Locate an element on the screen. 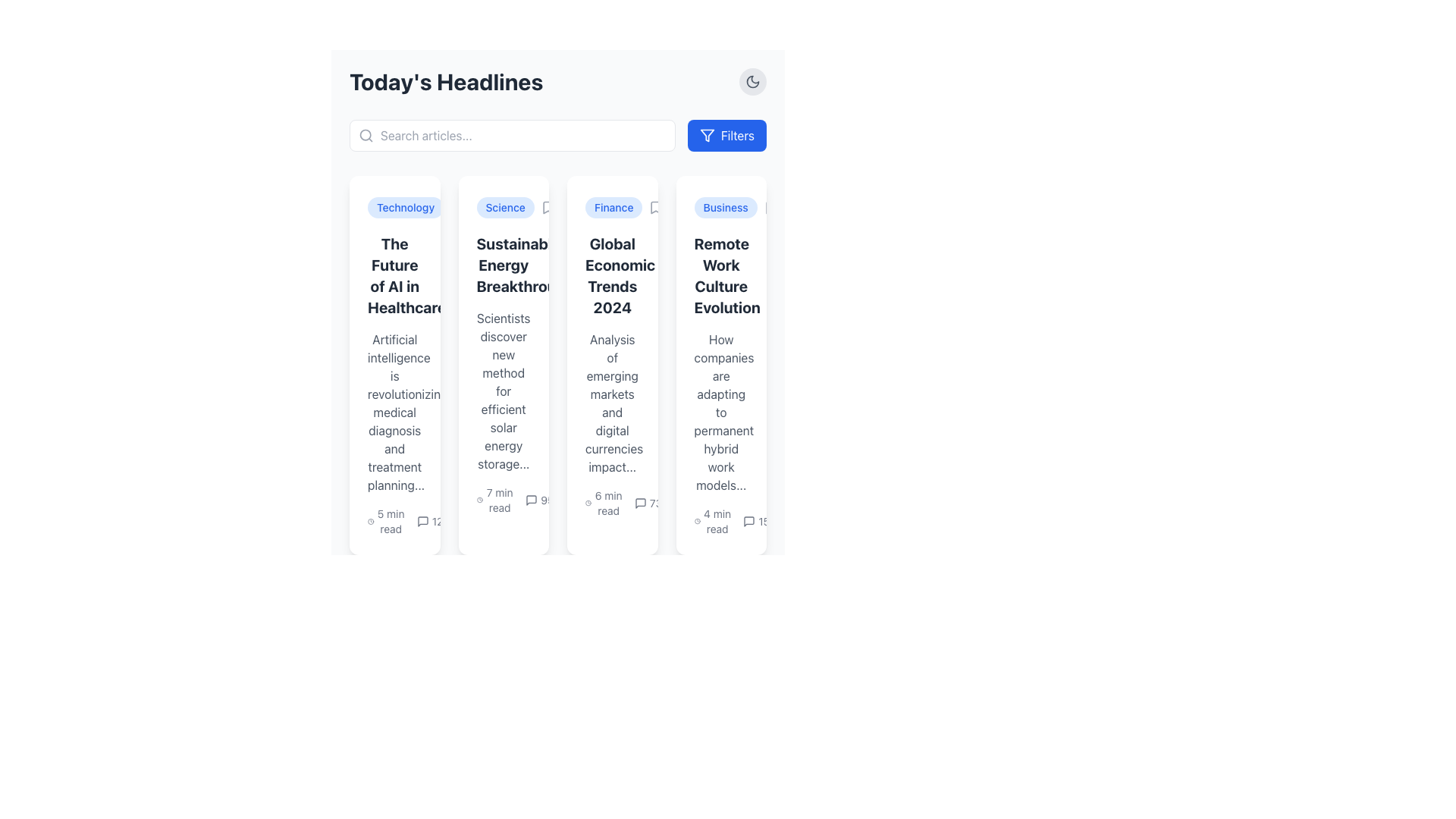 The width and height of the screenshot is (1456, 819). the search icon, styled as a magnifying glass, located at the left-hand side of the search bar beneath 'Today's Headlines' is located at coordinates (366, 134).